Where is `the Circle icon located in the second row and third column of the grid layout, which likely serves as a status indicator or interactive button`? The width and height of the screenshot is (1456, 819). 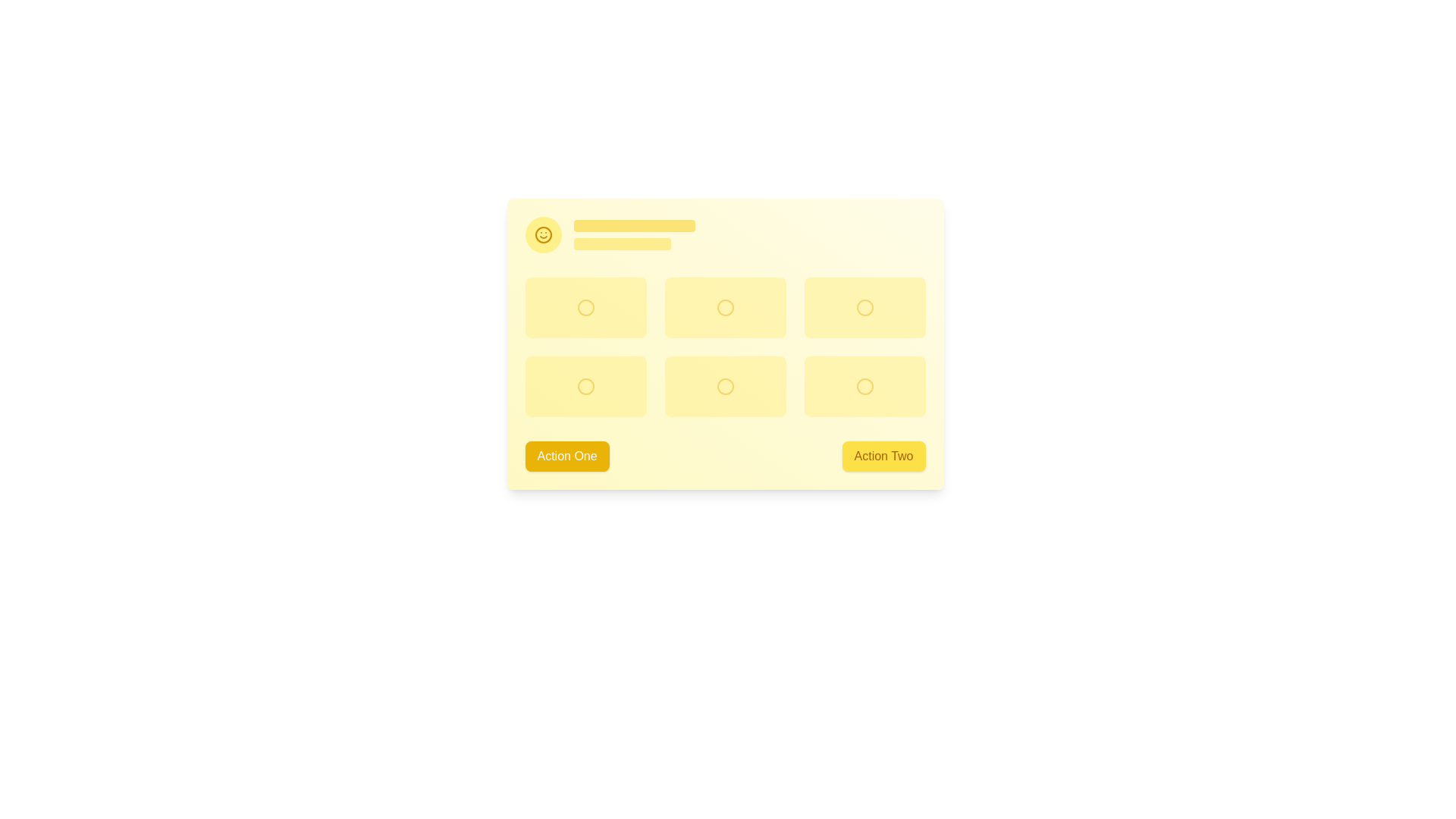
the Circle icon located in the second row and third column of the grid layout, which likely serves as a status indicator or interactive button is located at coordinates (864, 307).